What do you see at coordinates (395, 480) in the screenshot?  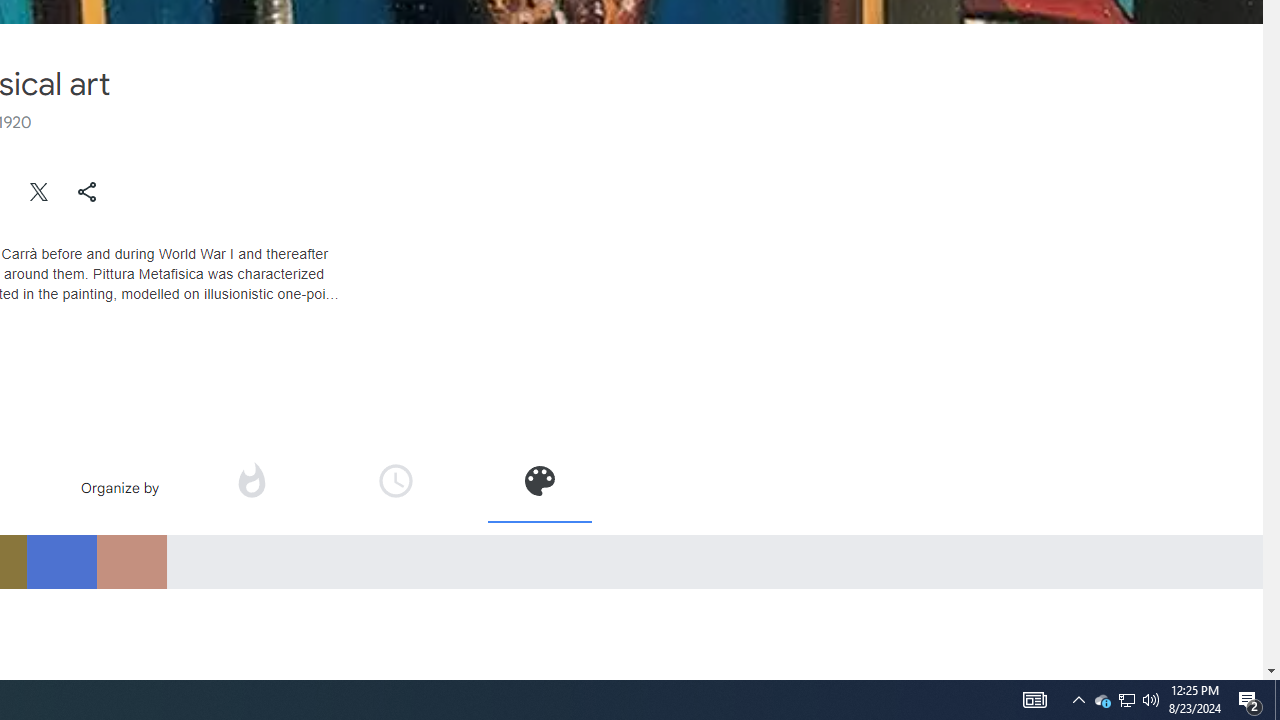 I see `'Organize by time'` at bounding box center [395, 480].